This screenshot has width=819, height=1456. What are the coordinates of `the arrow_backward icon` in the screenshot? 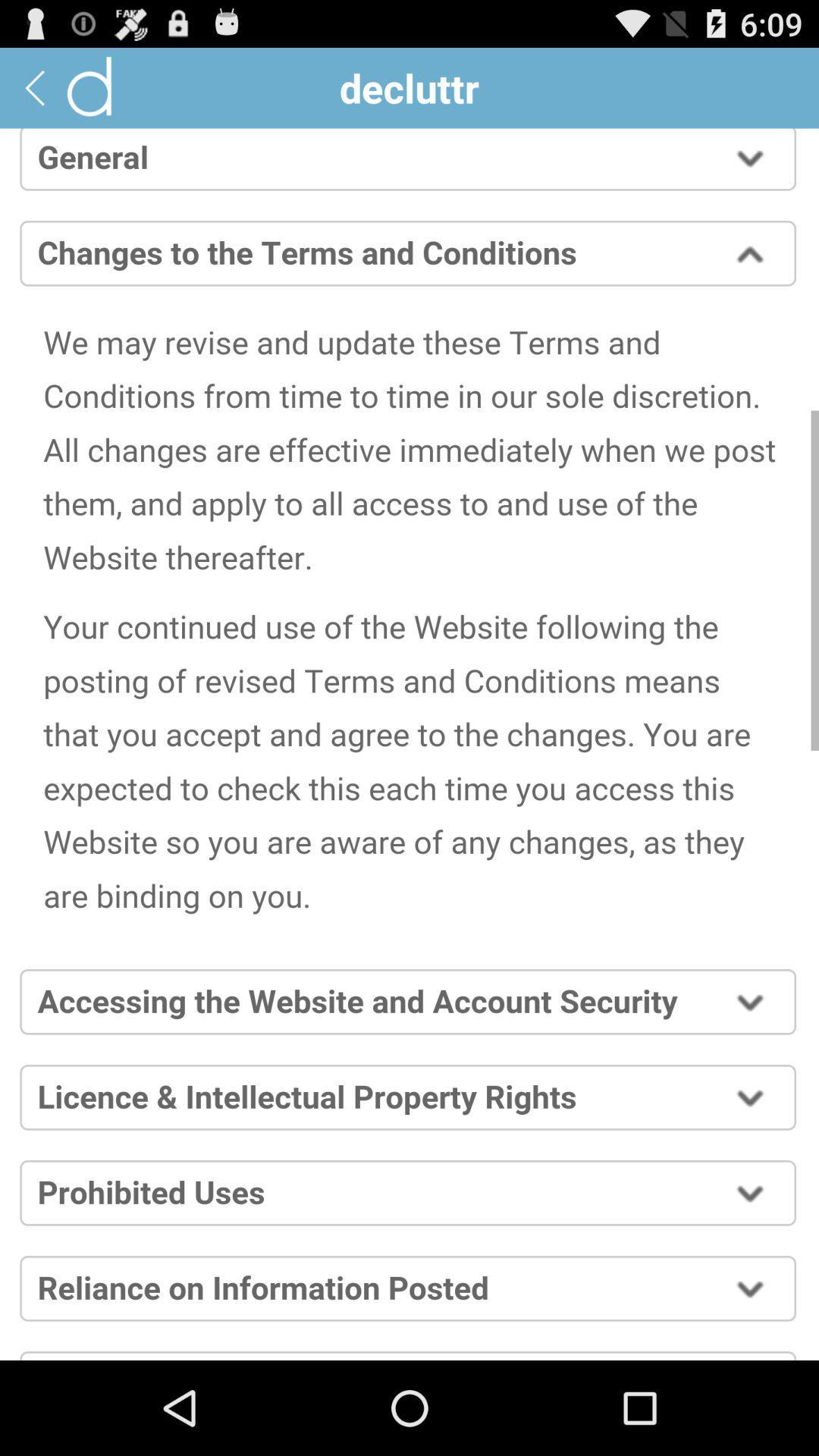 It's located at (34, 93).